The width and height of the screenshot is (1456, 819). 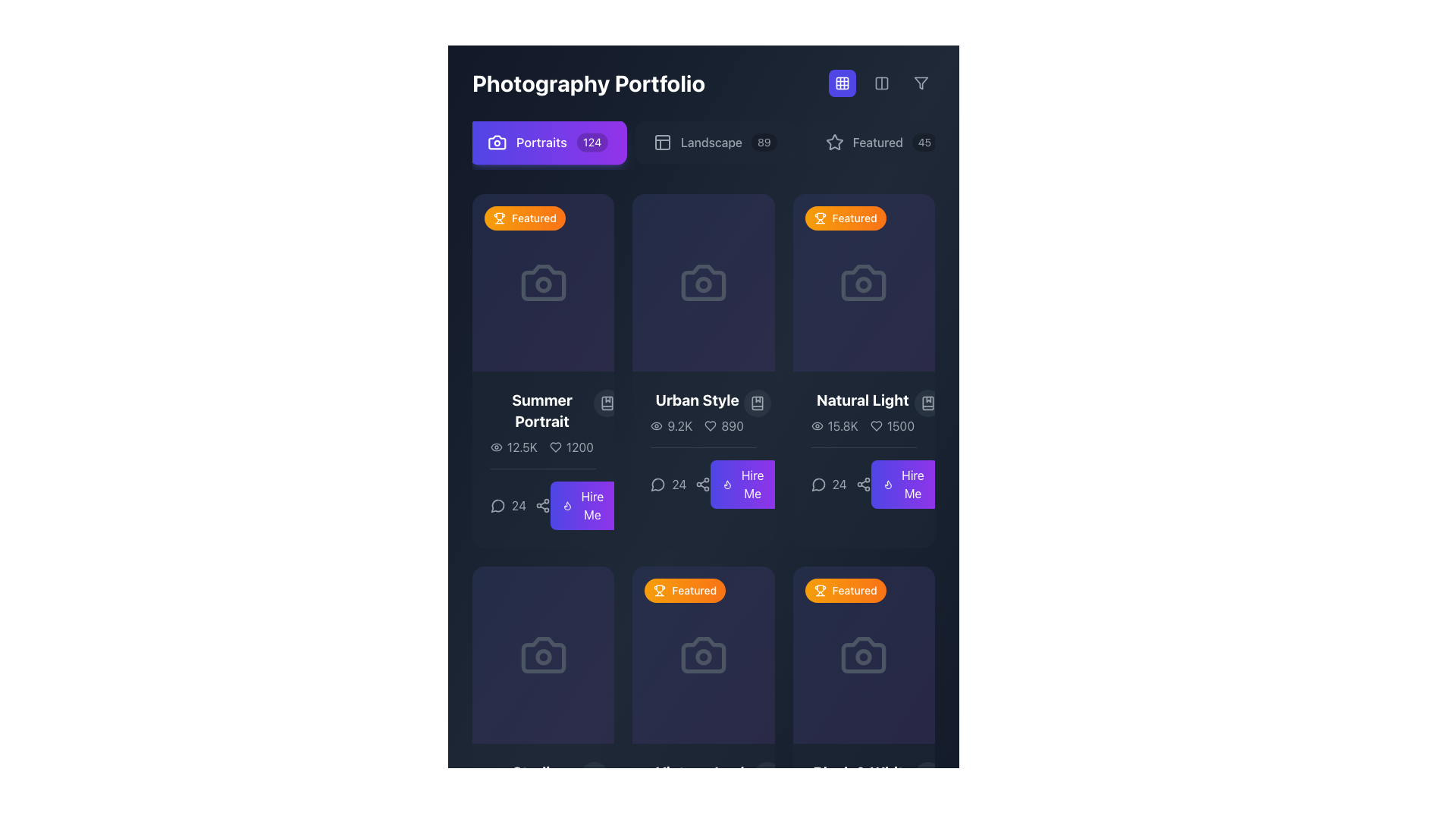 I want to click on the small circular decorative graphic element located inside the camera icon of the 'Summer Portrait' card in the first column of the grid layout, so click(x=543, y=284).